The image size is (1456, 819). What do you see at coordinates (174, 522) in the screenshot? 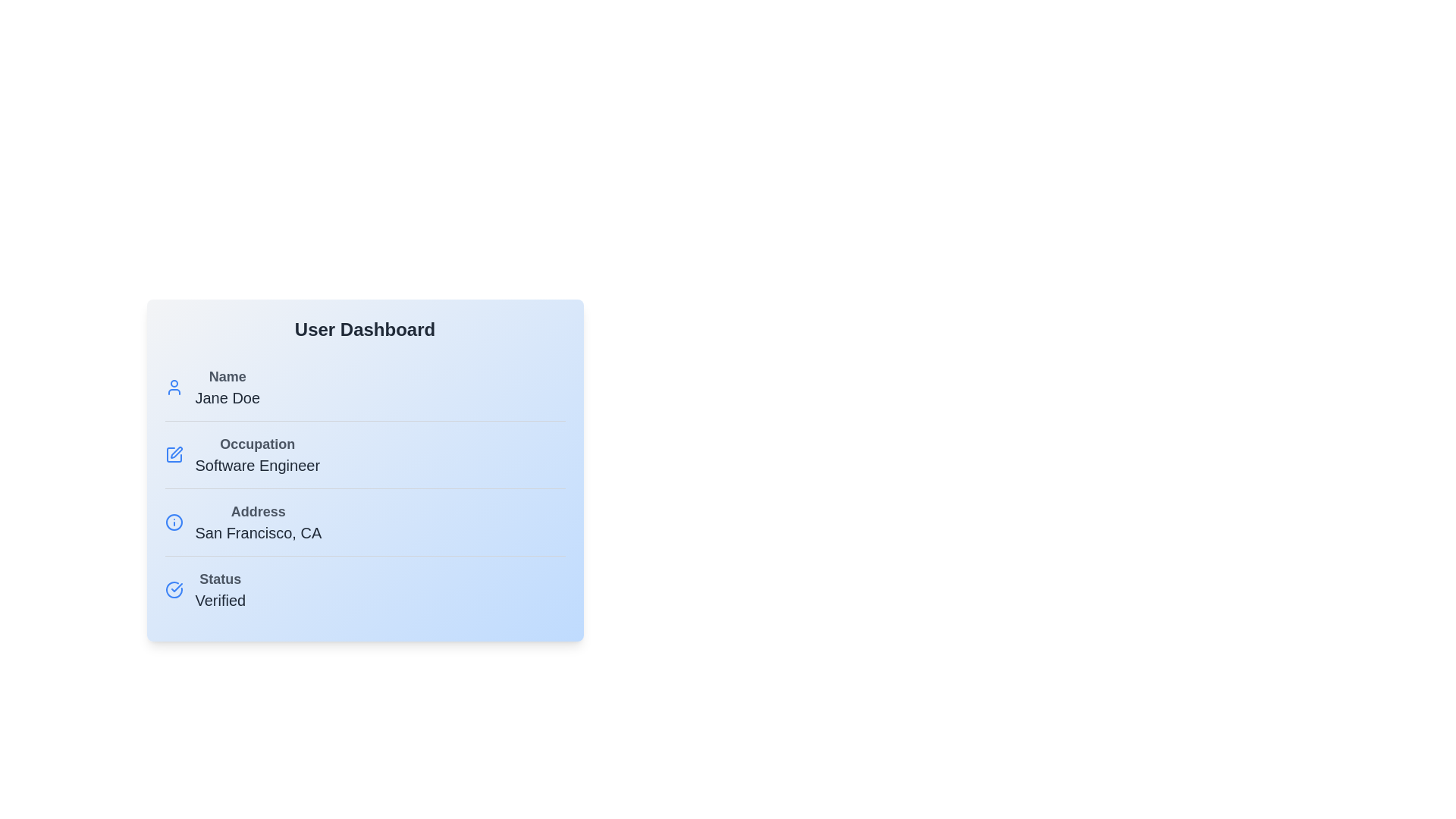
I see `the informational icon located on the left side of the 'Address' text row` at bounding box center [174, 522].